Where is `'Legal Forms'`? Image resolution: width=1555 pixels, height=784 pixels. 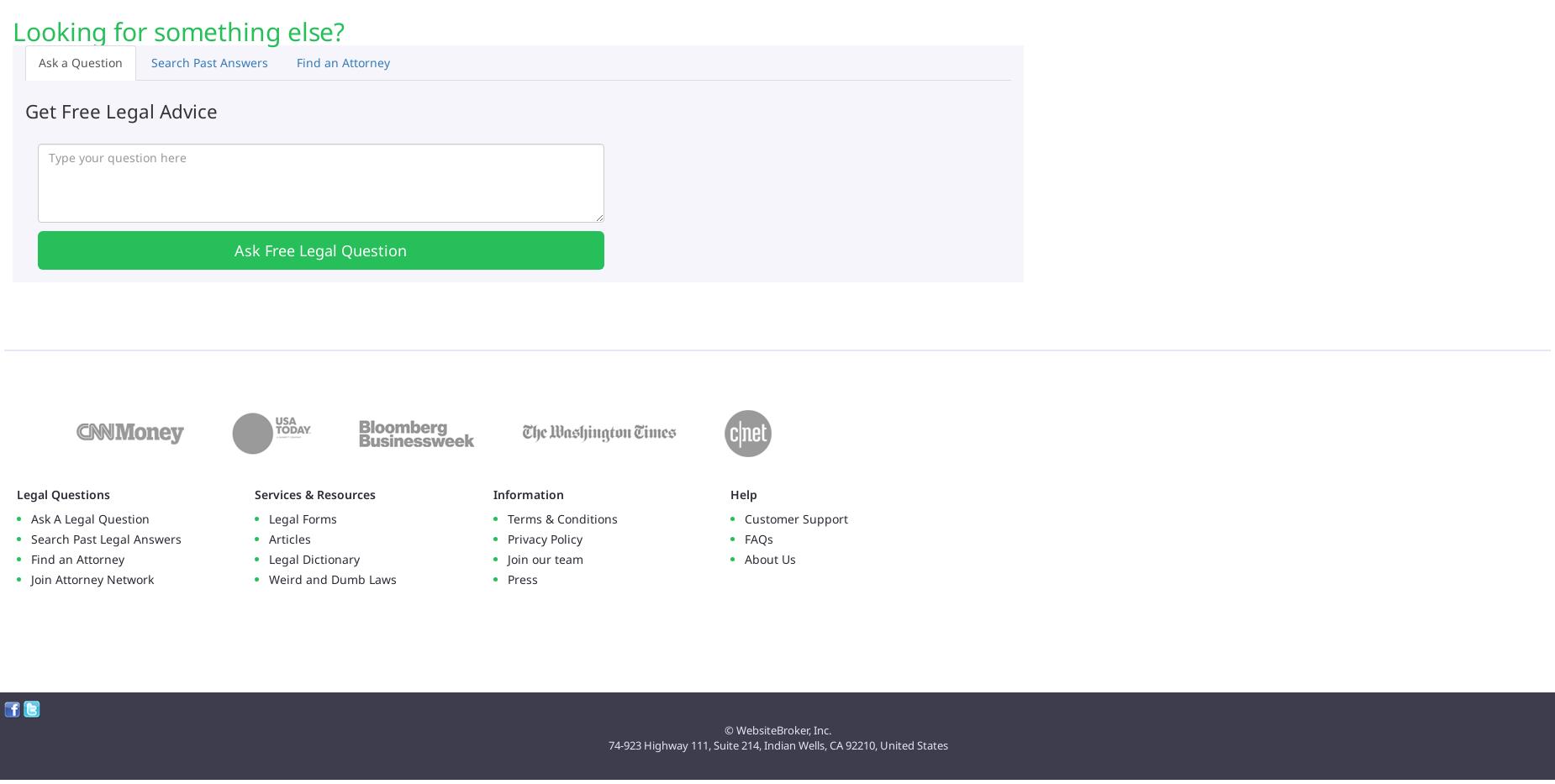
'Legal Forms' is located at coordinates (302, 518).